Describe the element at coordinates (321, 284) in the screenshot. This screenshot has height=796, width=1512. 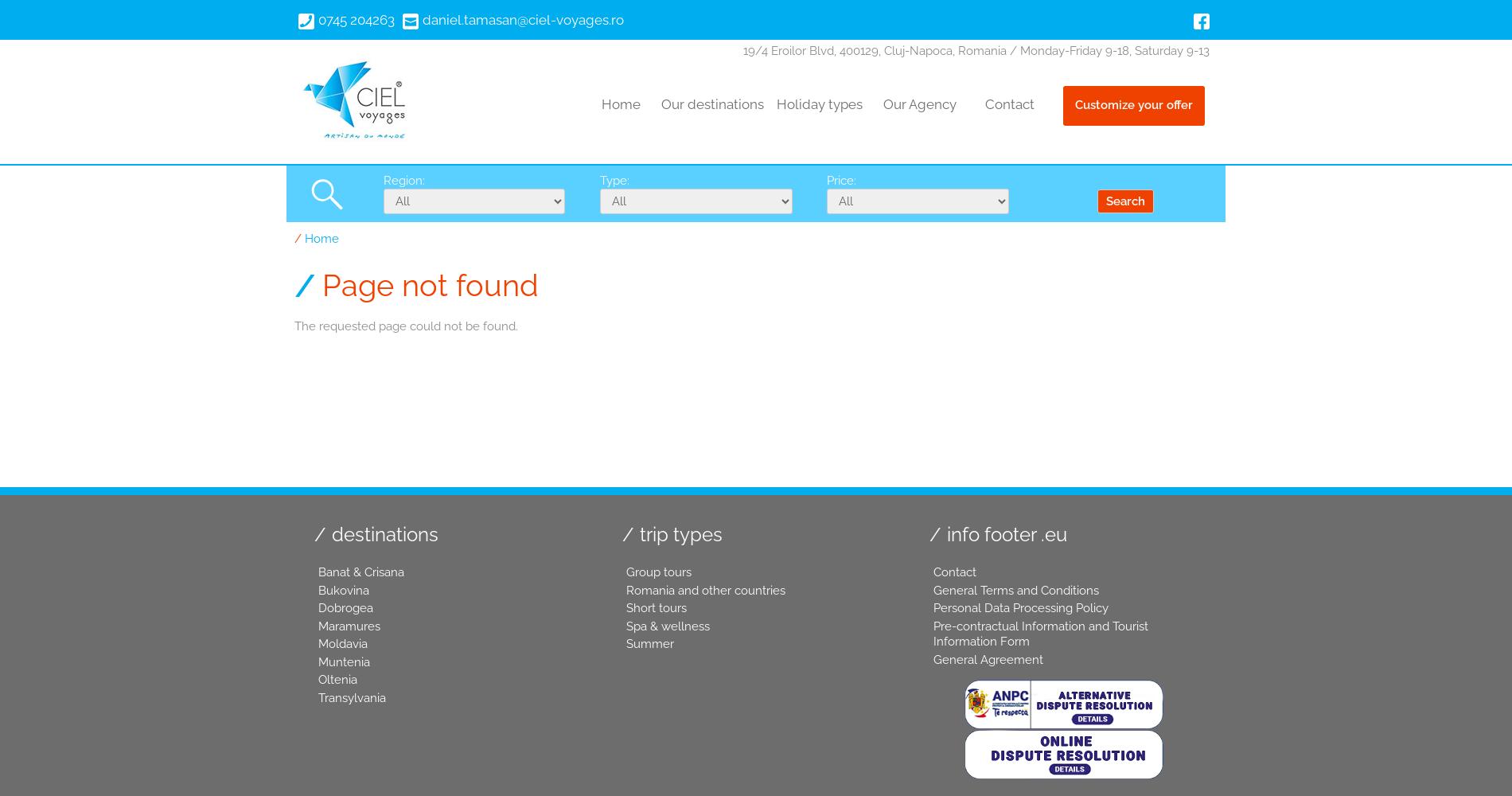
I see `'Page not found'` at that location.